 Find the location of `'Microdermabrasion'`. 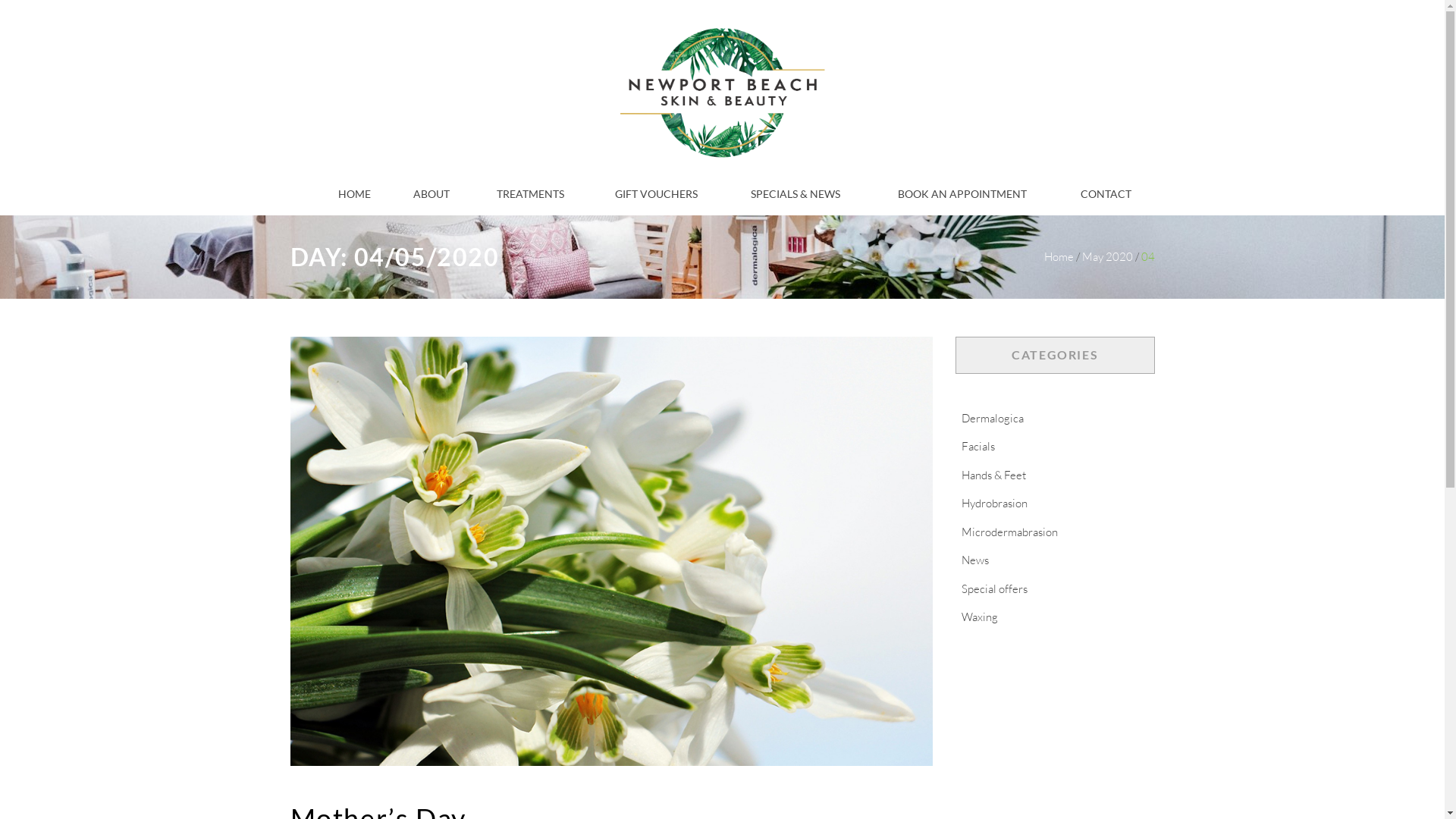

'Microdermabrasion' is located at coordinates (1009, 531).